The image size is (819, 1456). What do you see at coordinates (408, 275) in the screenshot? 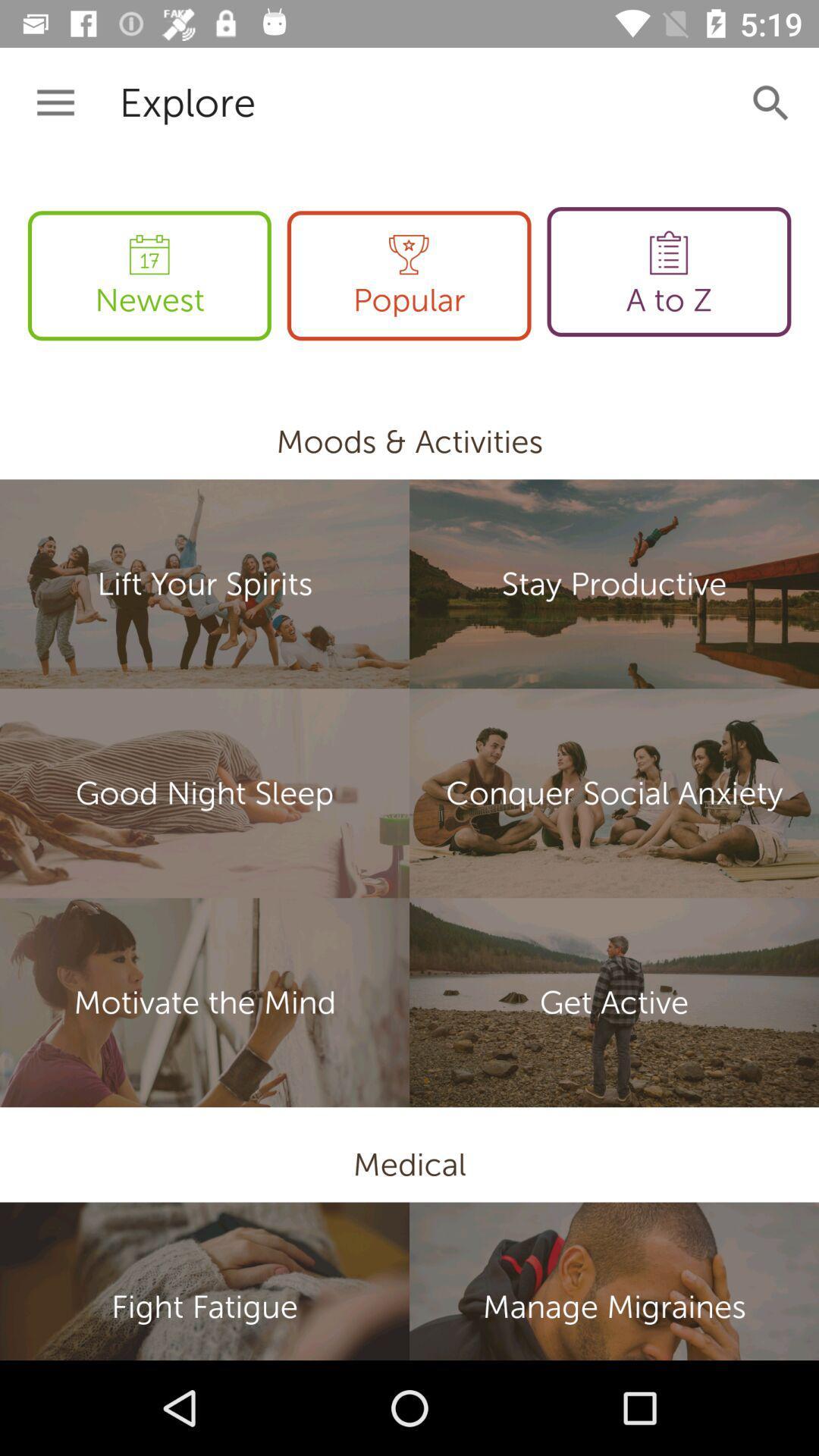
I see `the item next to newest item` at bounding box center [408, 275].